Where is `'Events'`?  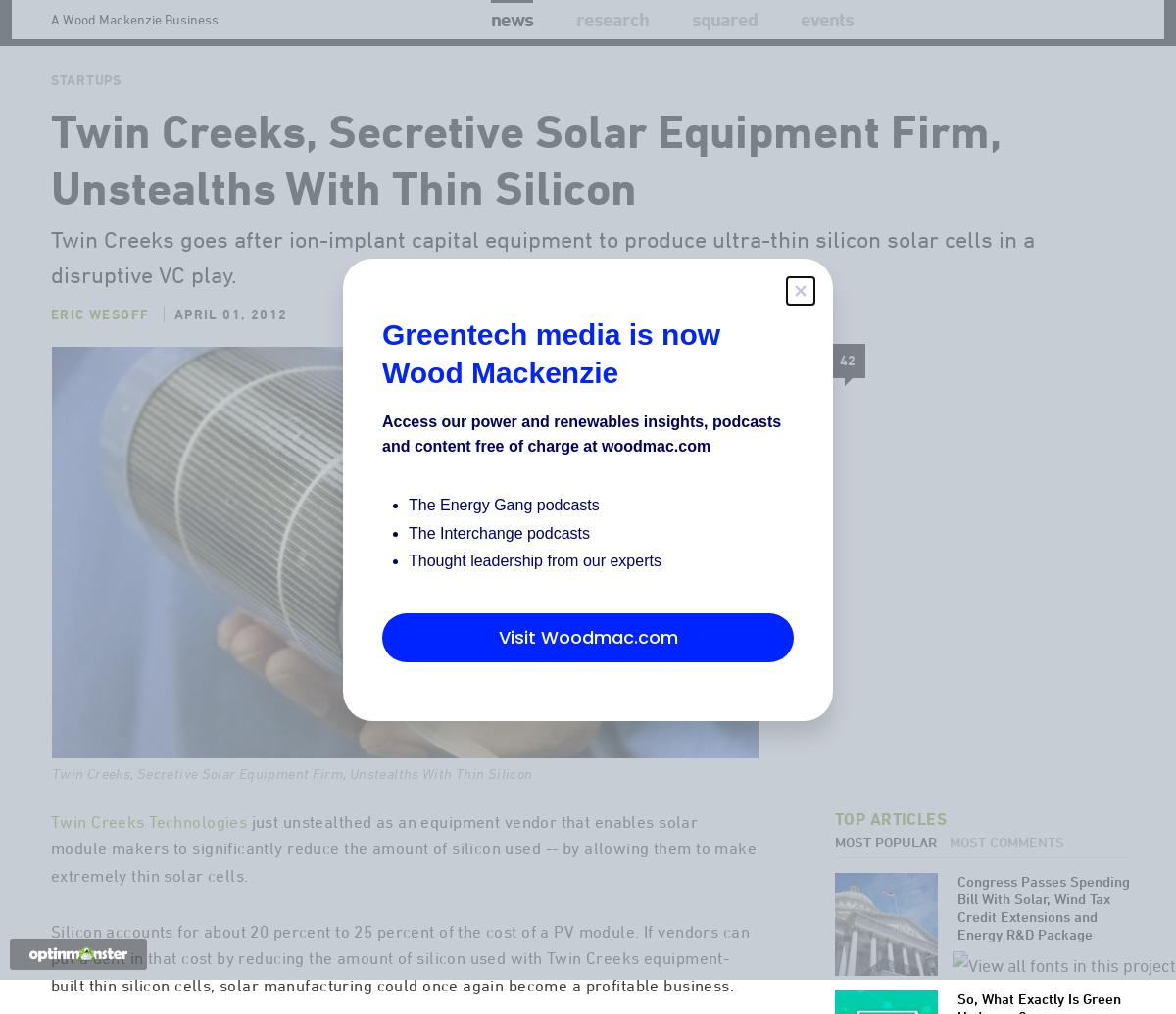 'Events' is located at coordinates (825, 19).